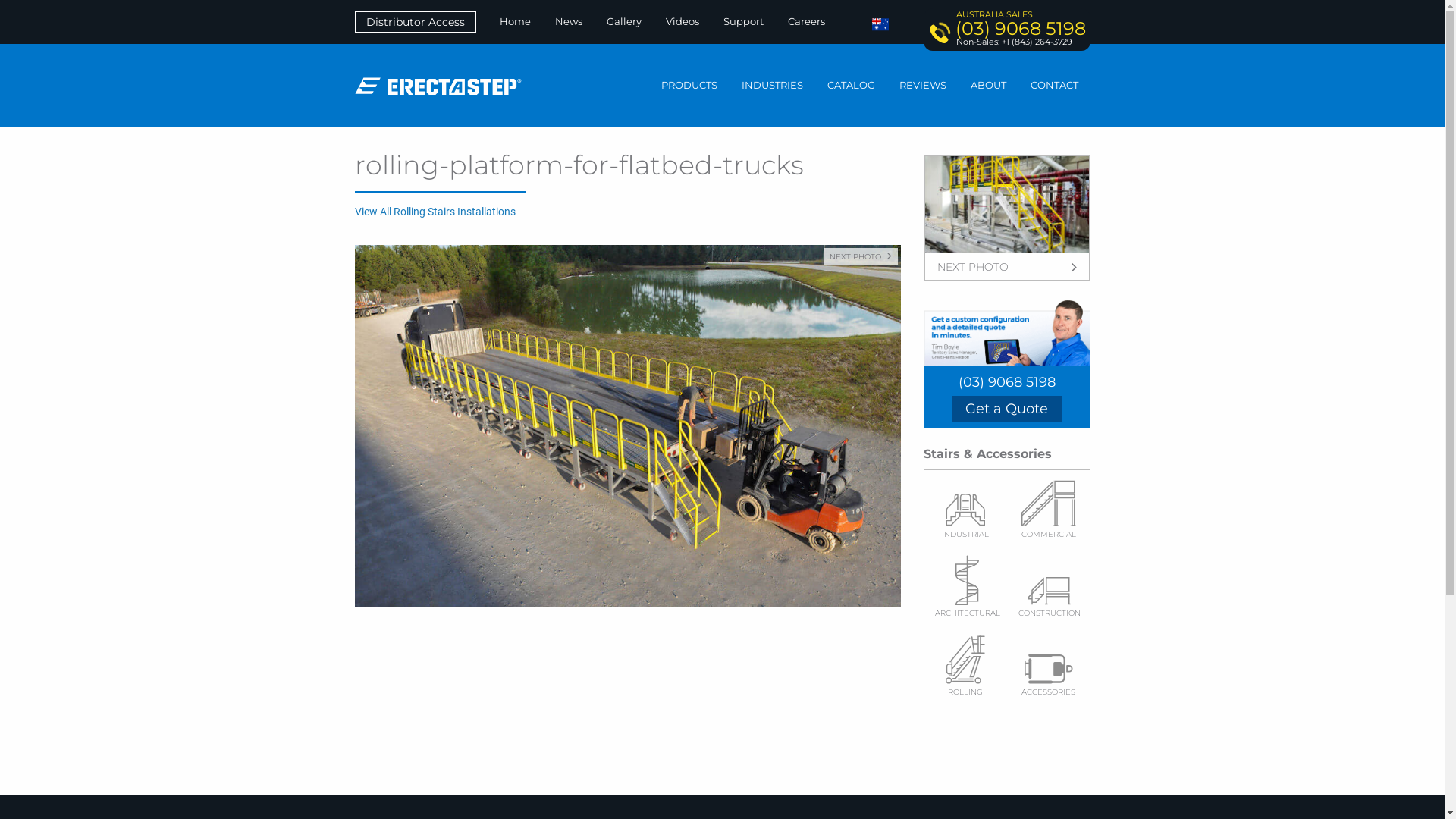 The width and height of the screenshot is (1456, 819). I want to click on 'View All Rolling Stairs Installations', so click(435, 211).